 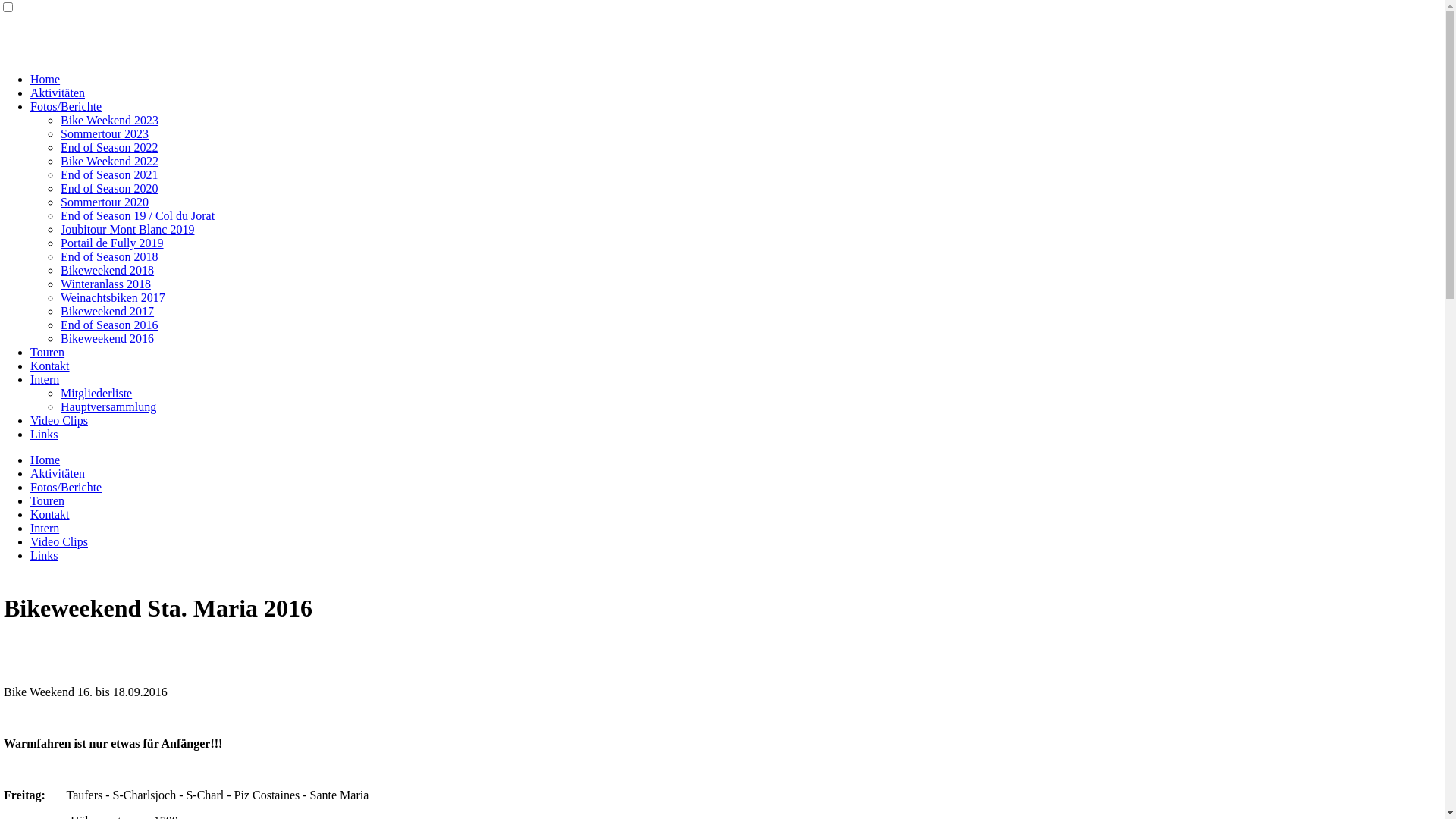 I want to click on 'Bike Weekend 2022', so click(x=61, y=161).